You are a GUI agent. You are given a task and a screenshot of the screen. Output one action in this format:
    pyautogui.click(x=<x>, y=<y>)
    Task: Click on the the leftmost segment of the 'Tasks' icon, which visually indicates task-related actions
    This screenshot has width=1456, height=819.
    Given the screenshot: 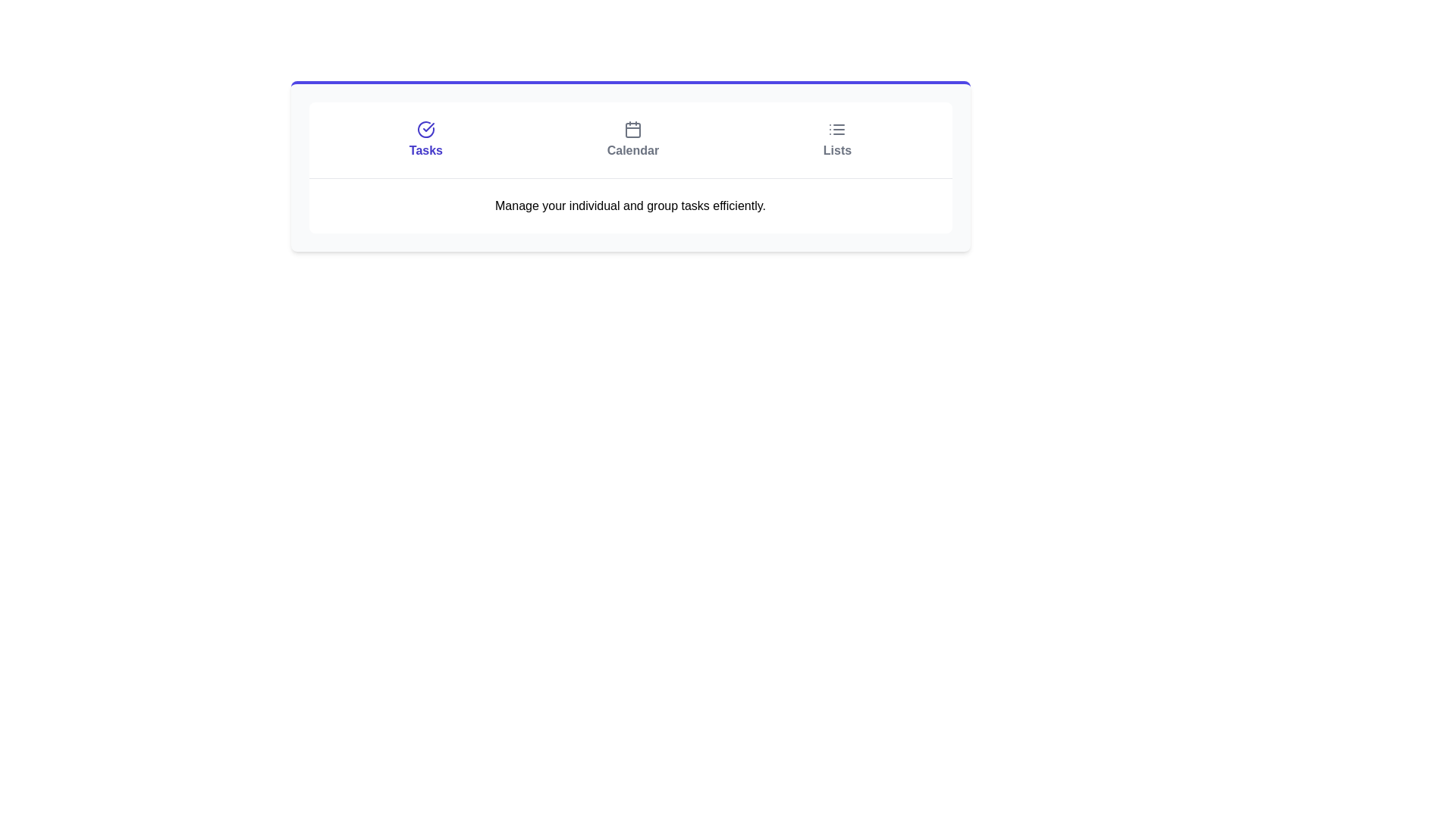 What is the action you would take?
    pyautogui.click(x=425, y=128)
    